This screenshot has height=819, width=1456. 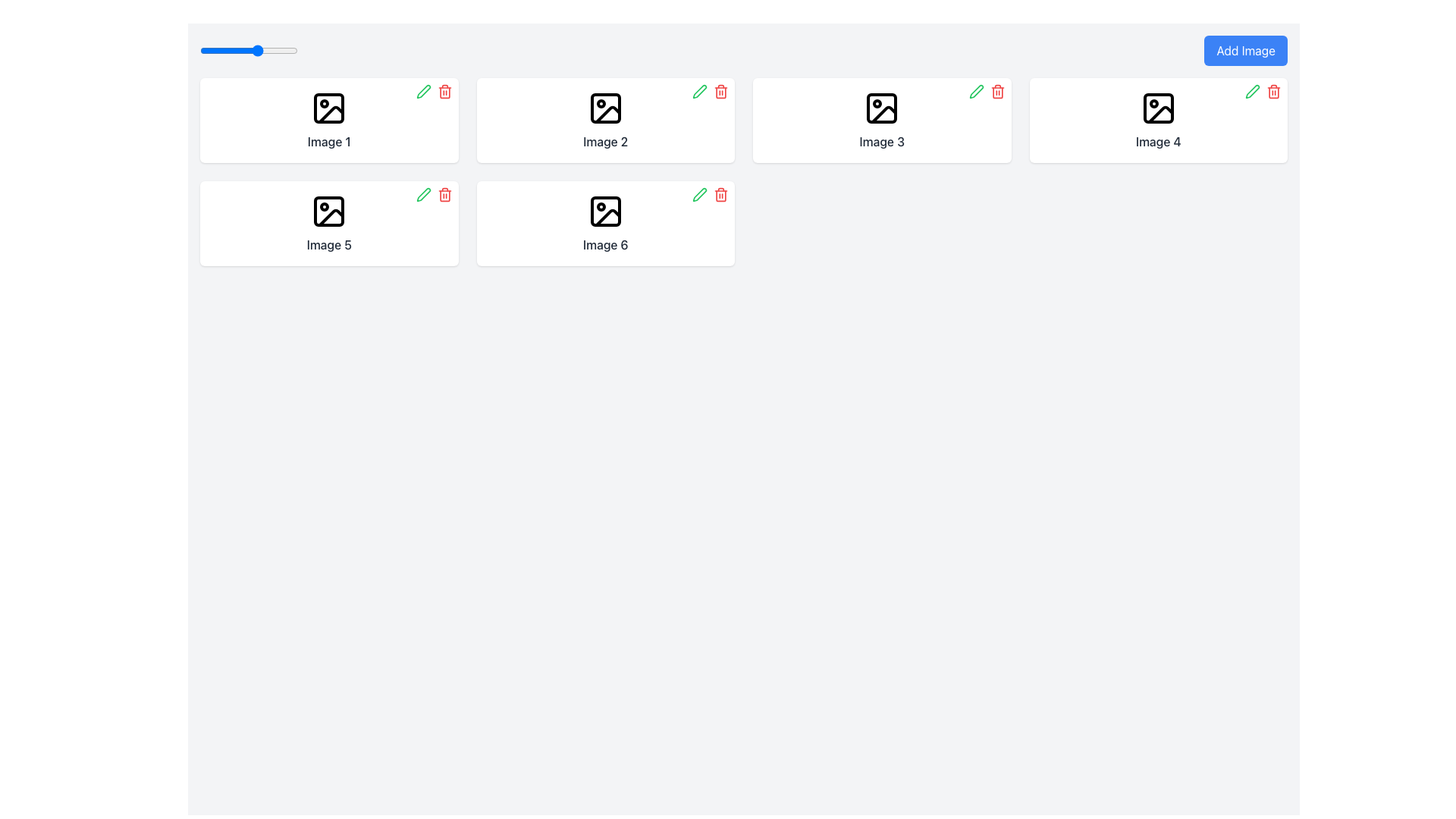 What do you see at coordinates (604, 211) in the screenshot?
I see `the icon representing an image placeholder located within the 'Image 6' card, situated in the bottom-right of a 2x3 grid layout` at bounding box center [604, 211].